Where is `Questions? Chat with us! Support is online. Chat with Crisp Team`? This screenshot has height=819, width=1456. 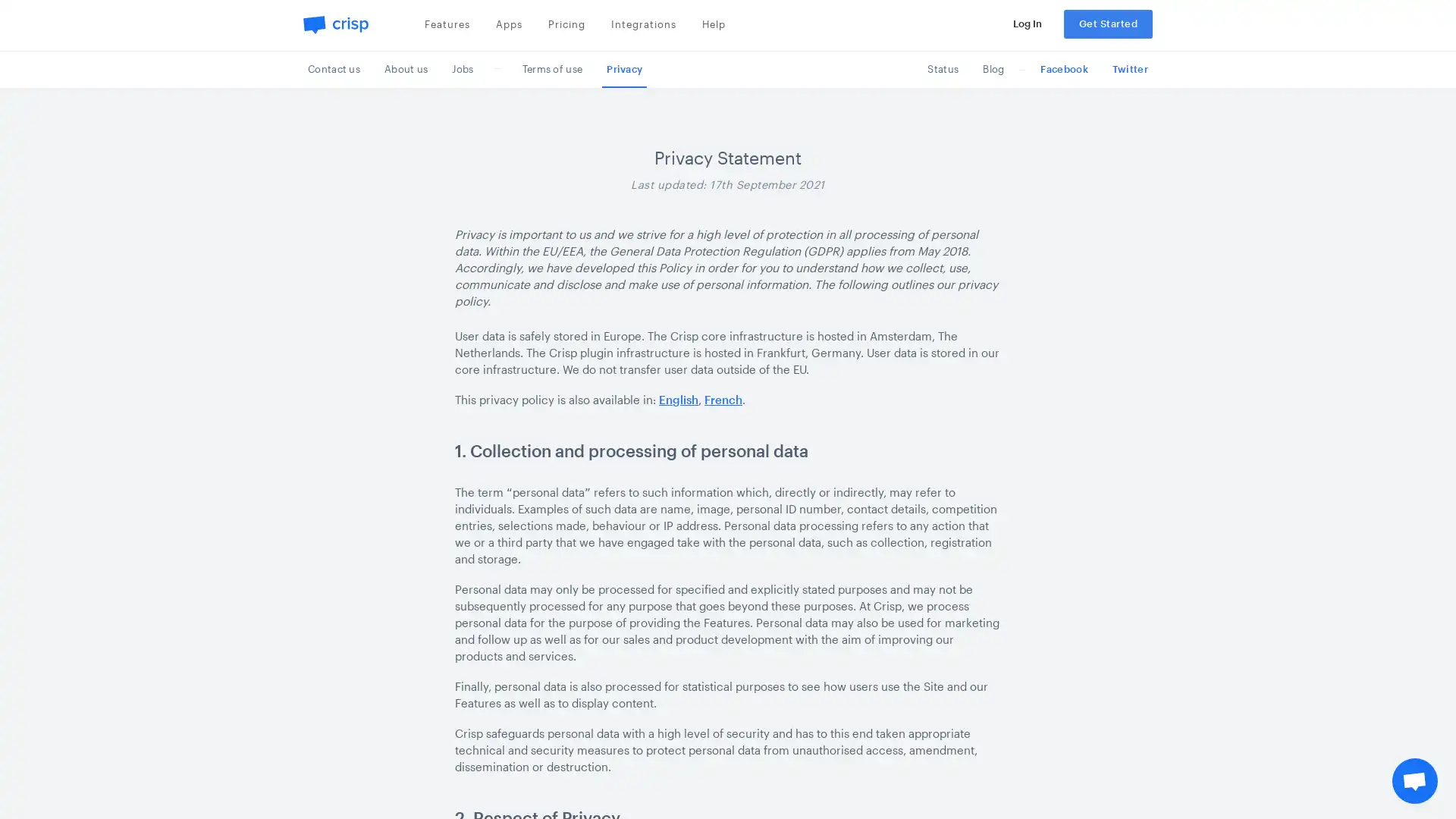
Questions? Chat with us! Support is online. Chat with Crisp Team is located at coordinates (1414, 780).